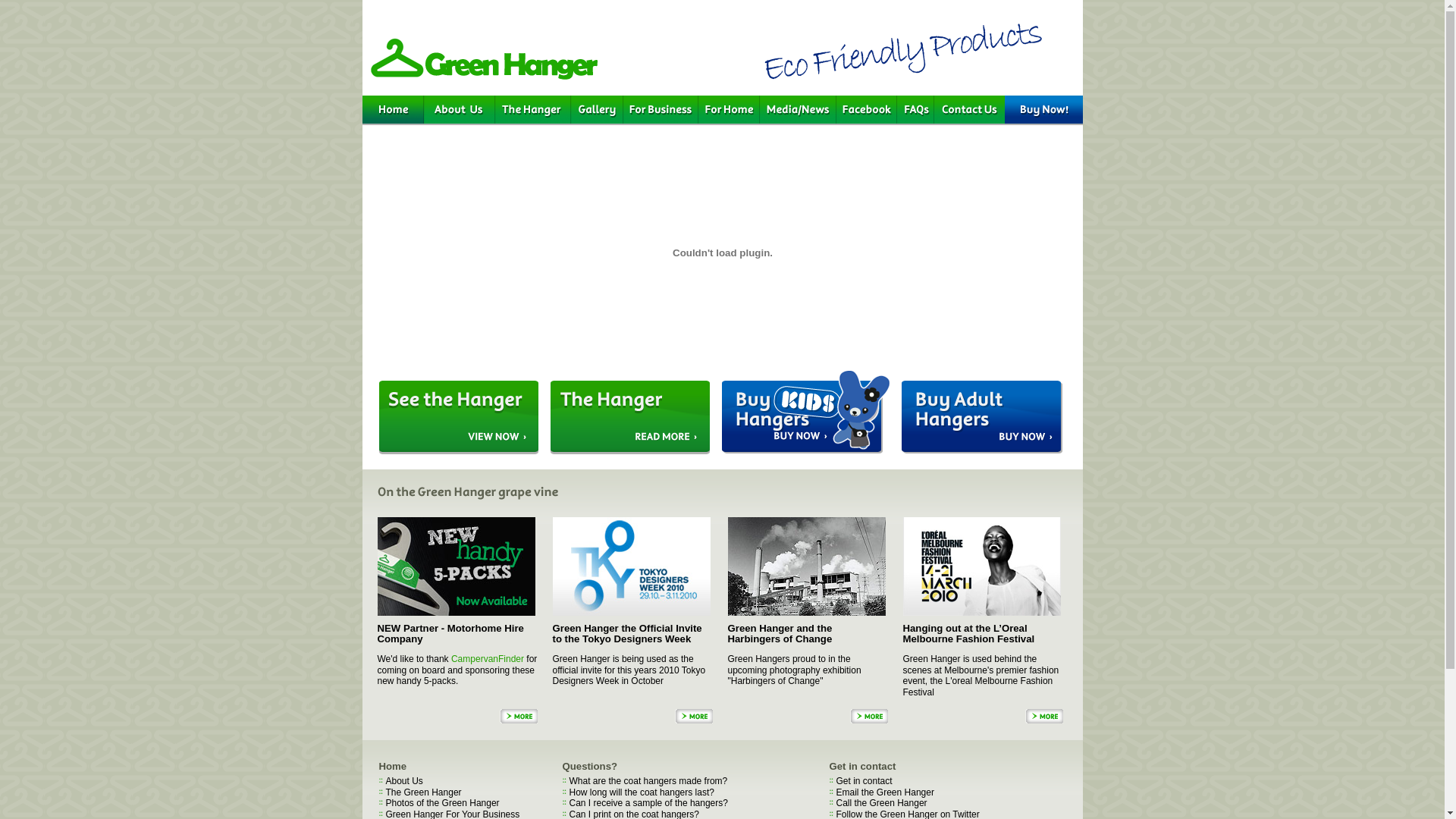 This screenshot has height=819, width=1456. What do you see at coordinates (914, 109) in the screenshot?
I see `'FAQs'` at bounding box center [914, 109].